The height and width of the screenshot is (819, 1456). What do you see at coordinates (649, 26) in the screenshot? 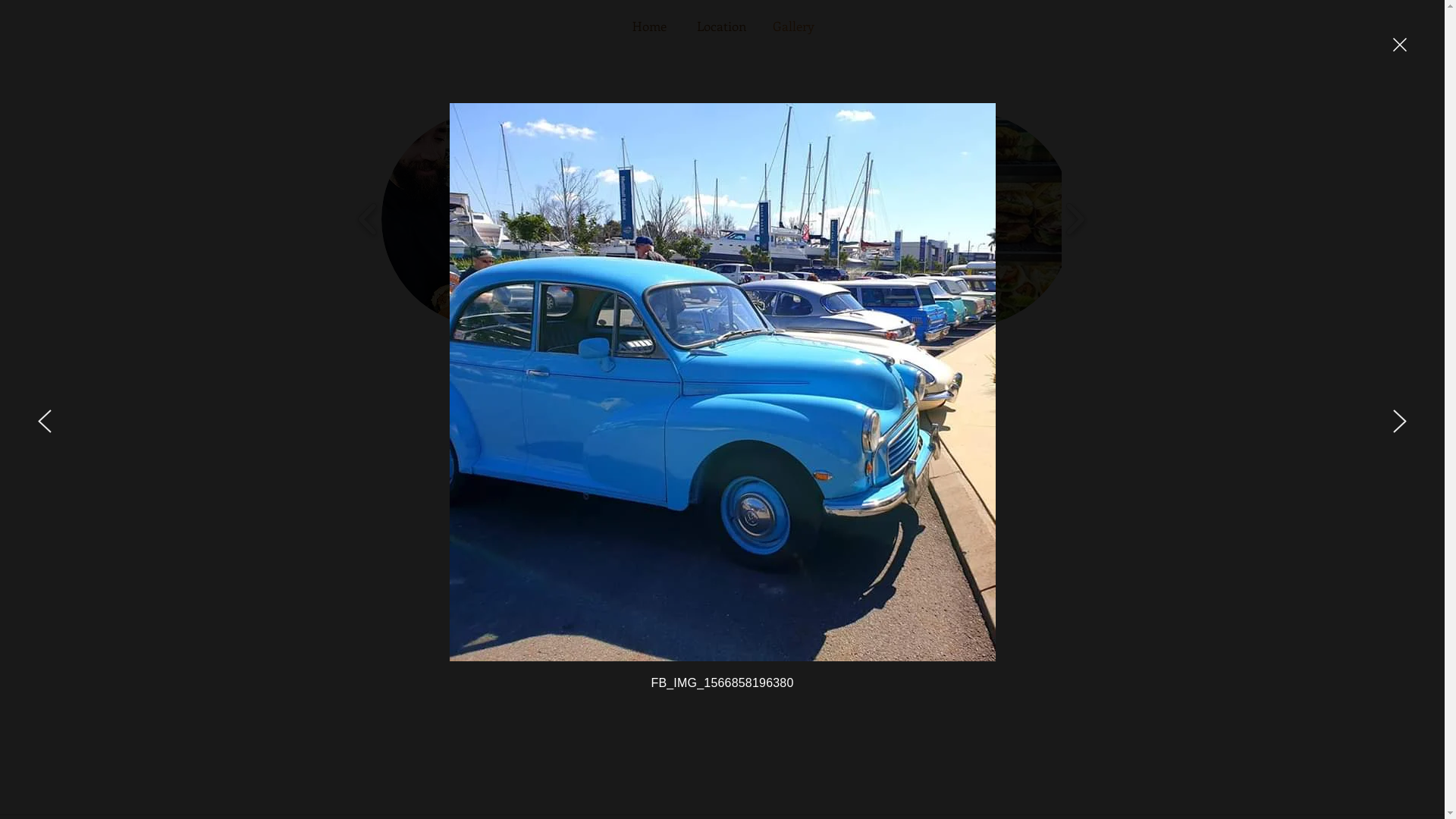
I see `'Home'` at bounding box center [649, 26].